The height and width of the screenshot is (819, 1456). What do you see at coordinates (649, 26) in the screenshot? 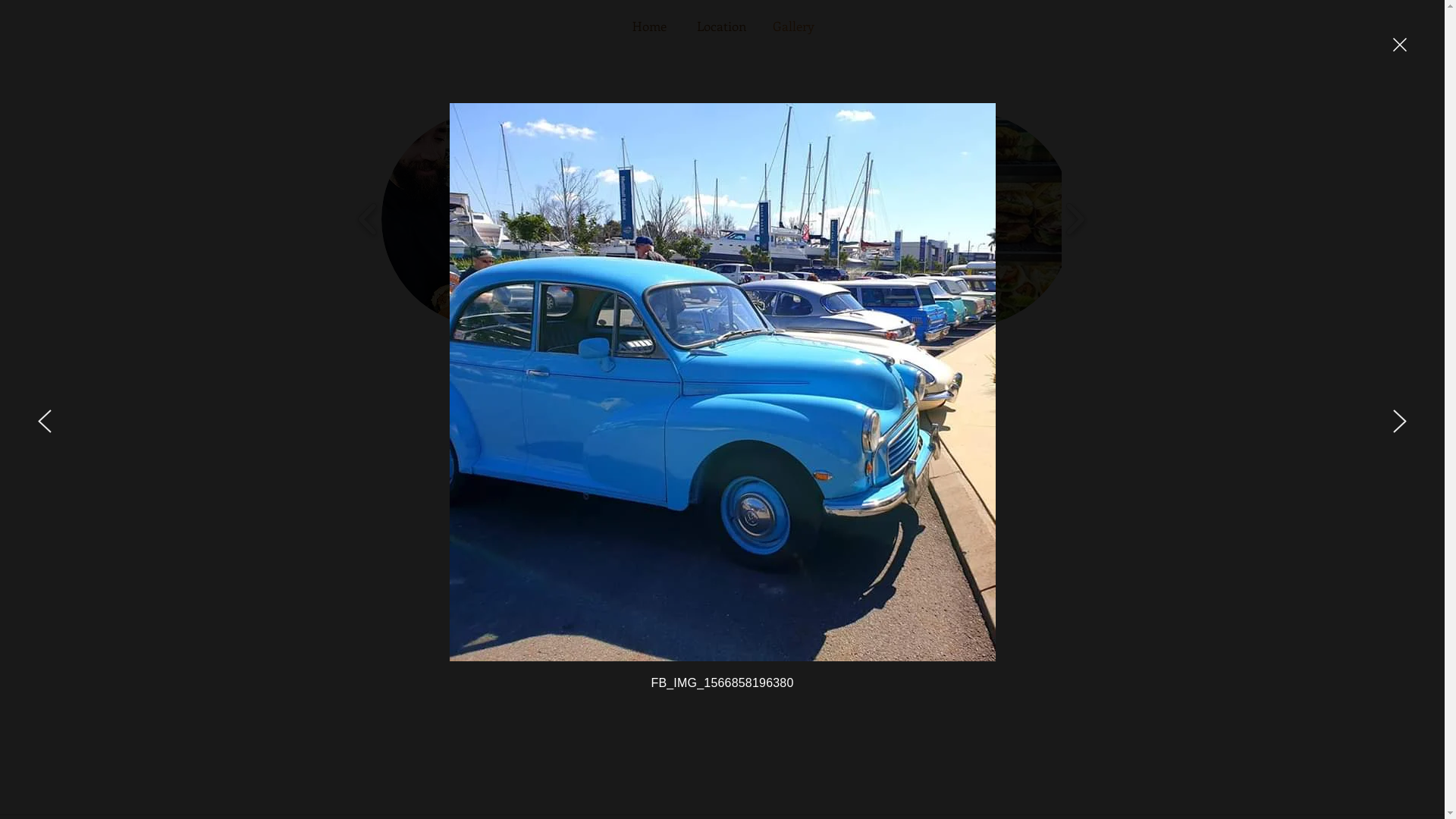
I see `'Home'` at bounding box center [649, 26].